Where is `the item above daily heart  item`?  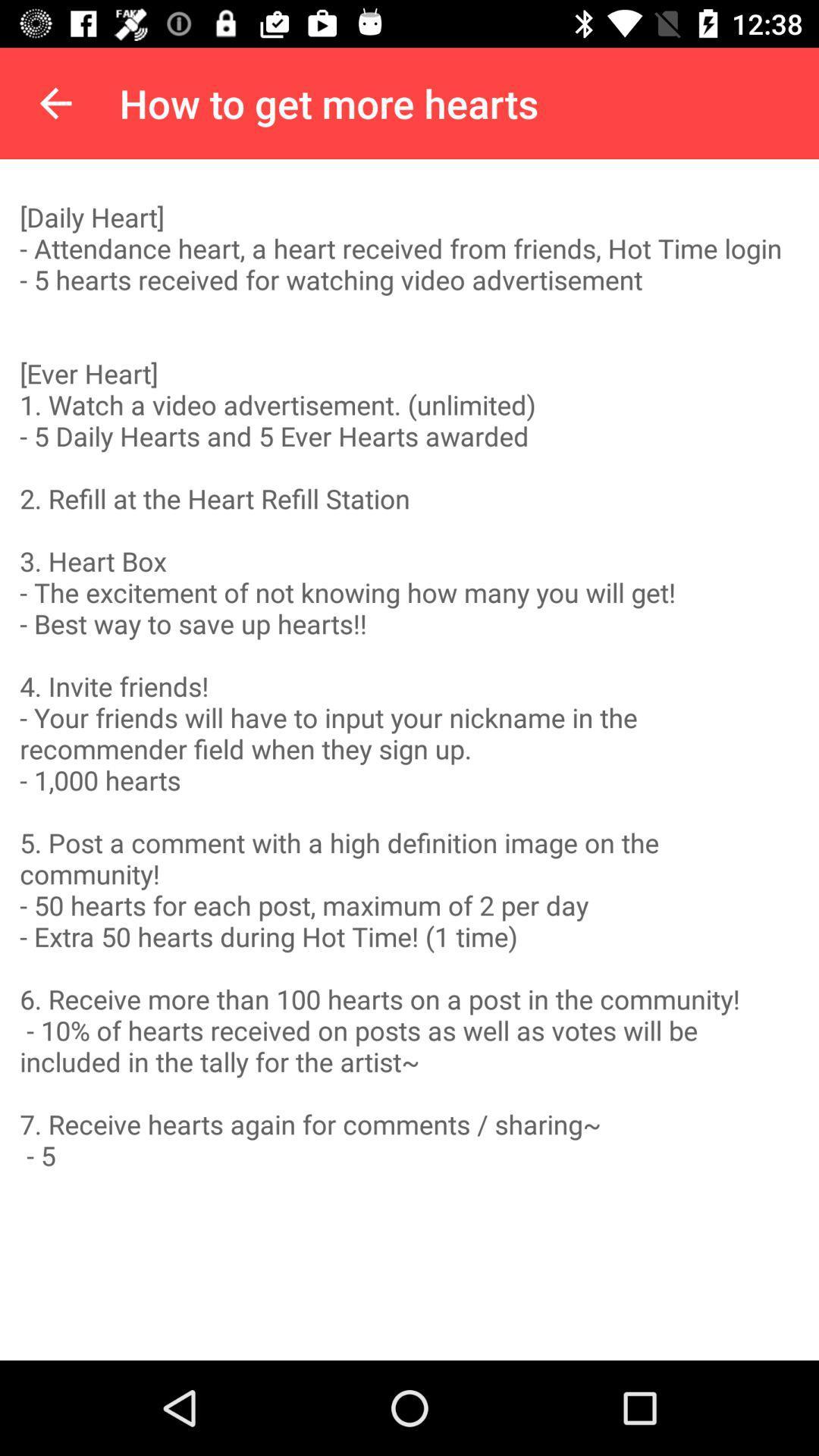
the item above daily heart  item is located at coordinates (55, 102).